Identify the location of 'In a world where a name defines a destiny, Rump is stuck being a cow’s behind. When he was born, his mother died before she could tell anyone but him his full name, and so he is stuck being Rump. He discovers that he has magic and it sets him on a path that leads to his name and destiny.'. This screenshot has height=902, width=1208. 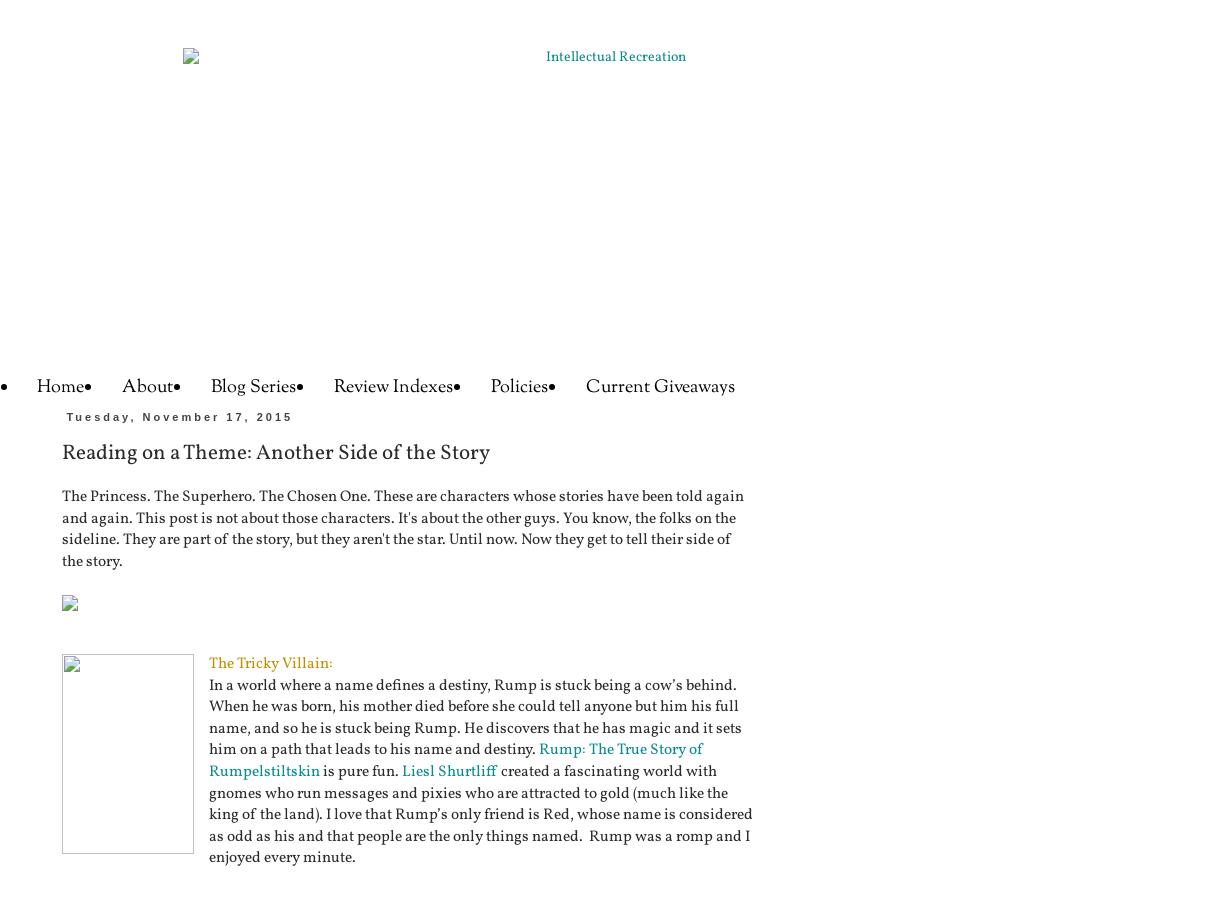
(475, 717).